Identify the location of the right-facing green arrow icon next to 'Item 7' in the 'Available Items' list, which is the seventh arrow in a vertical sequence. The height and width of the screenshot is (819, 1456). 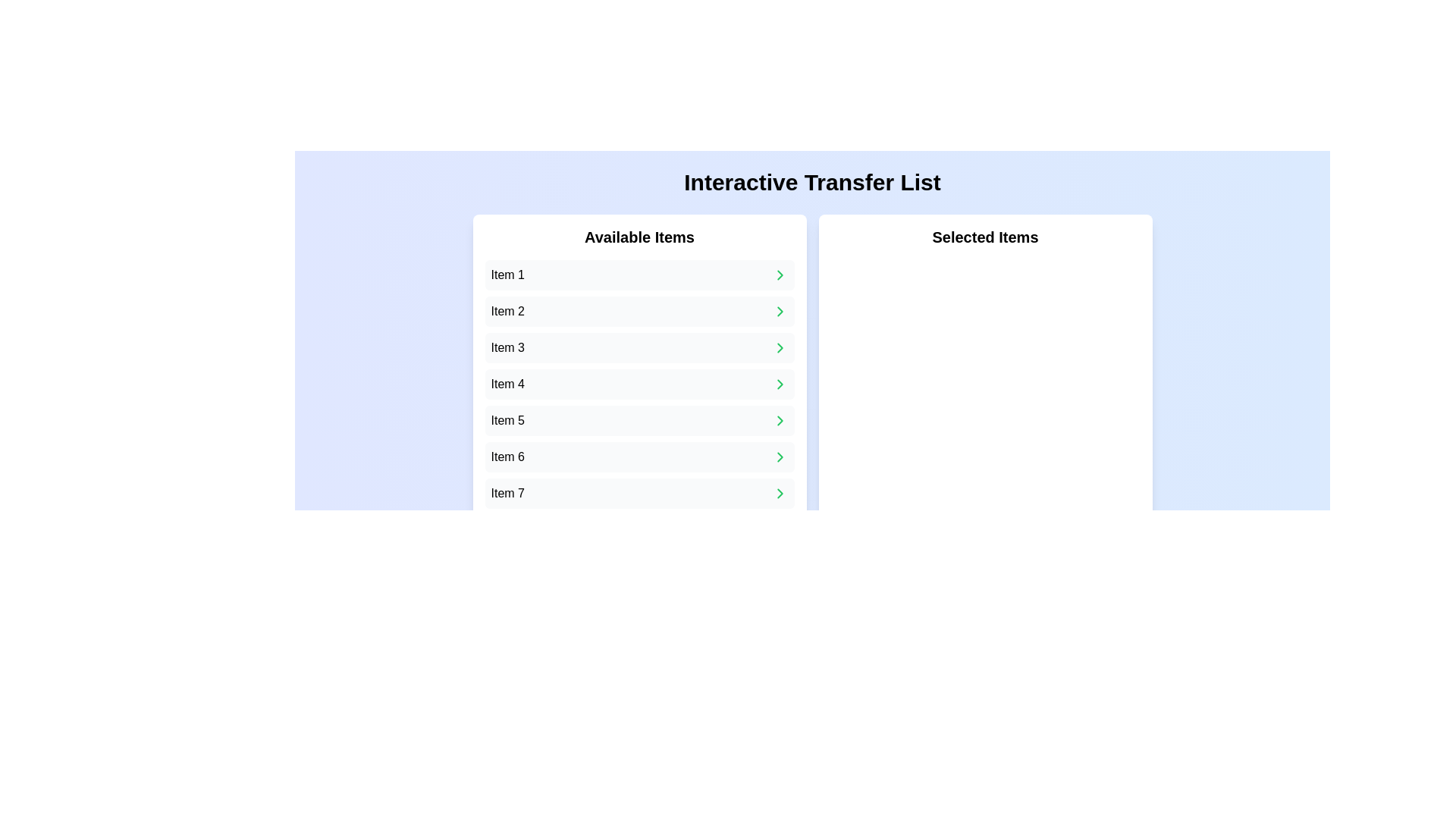
(780, 494).